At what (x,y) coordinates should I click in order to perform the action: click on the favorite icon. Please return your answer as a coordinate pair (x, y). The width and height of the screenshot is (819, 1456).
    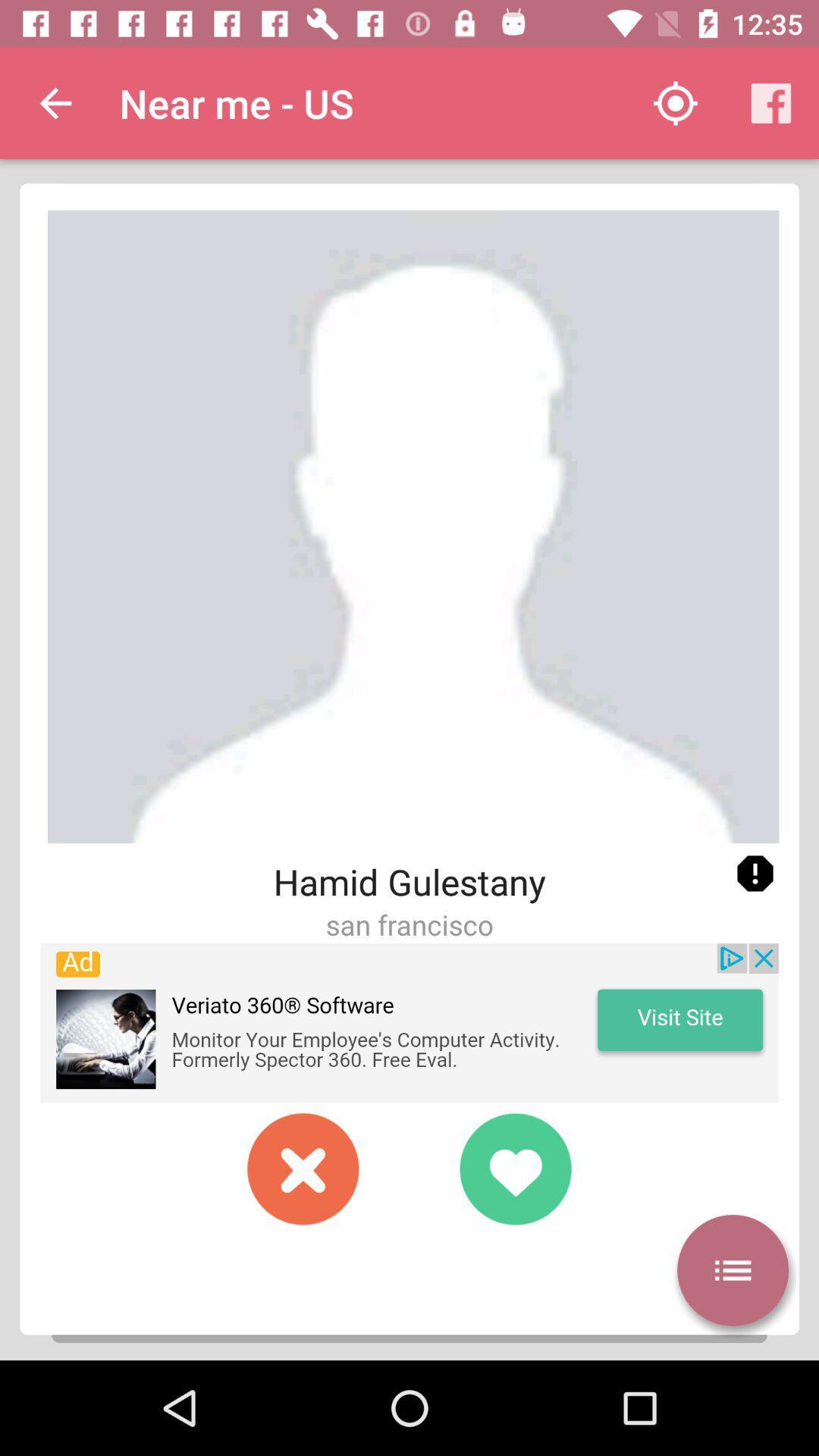
    Looking at the image, I should click on (514, 1168).